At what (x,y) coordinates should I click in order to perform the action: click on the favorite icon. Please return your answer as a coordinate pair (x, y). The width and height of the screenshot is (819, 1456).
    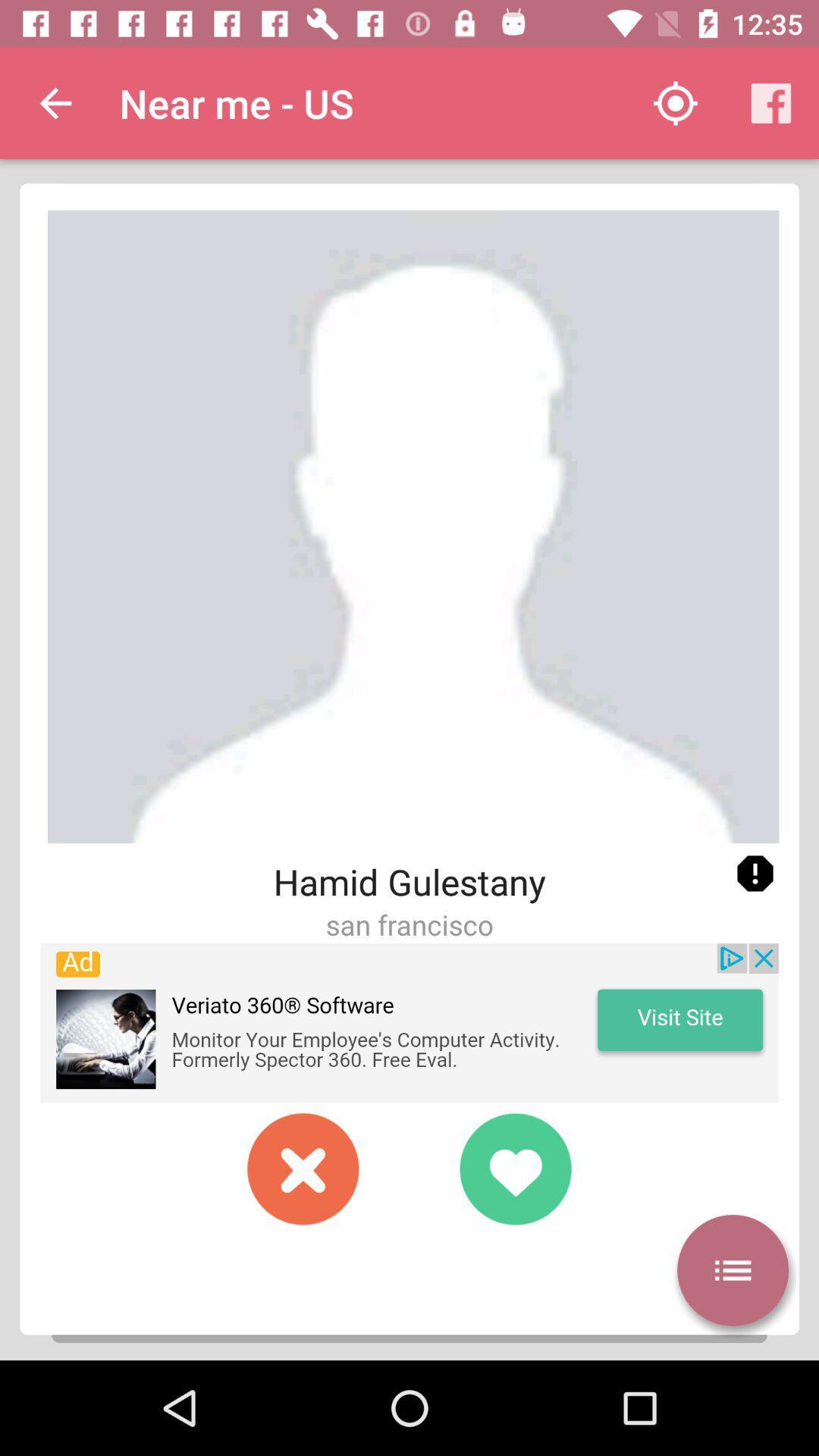
    Looking at the image, I should click on (514, 1168).